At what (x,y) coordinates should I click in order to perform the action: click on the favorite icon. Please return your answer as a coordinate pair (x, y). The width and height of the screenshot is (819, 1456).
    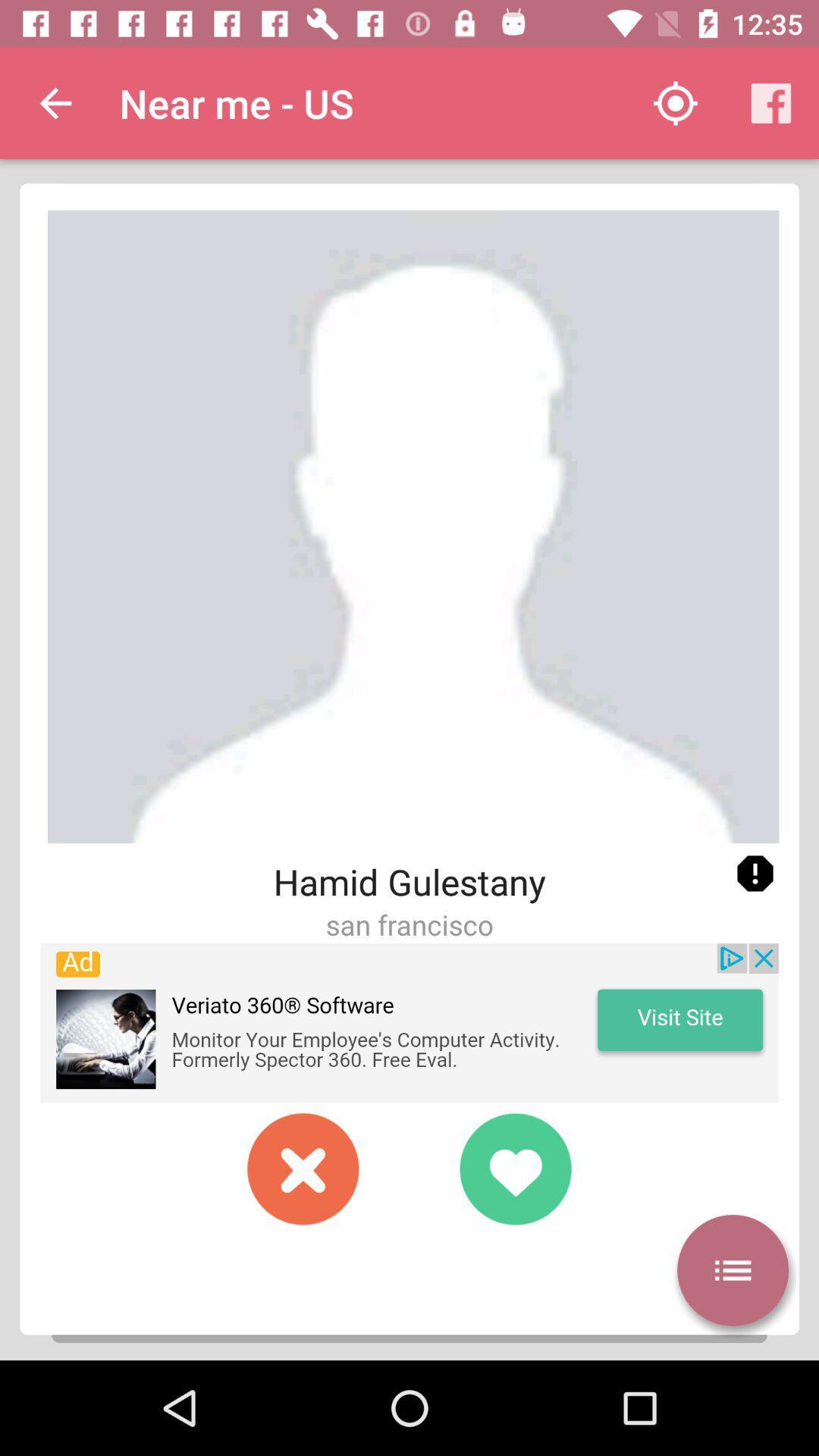
    Looking at the image, I should click on (514, 1168).